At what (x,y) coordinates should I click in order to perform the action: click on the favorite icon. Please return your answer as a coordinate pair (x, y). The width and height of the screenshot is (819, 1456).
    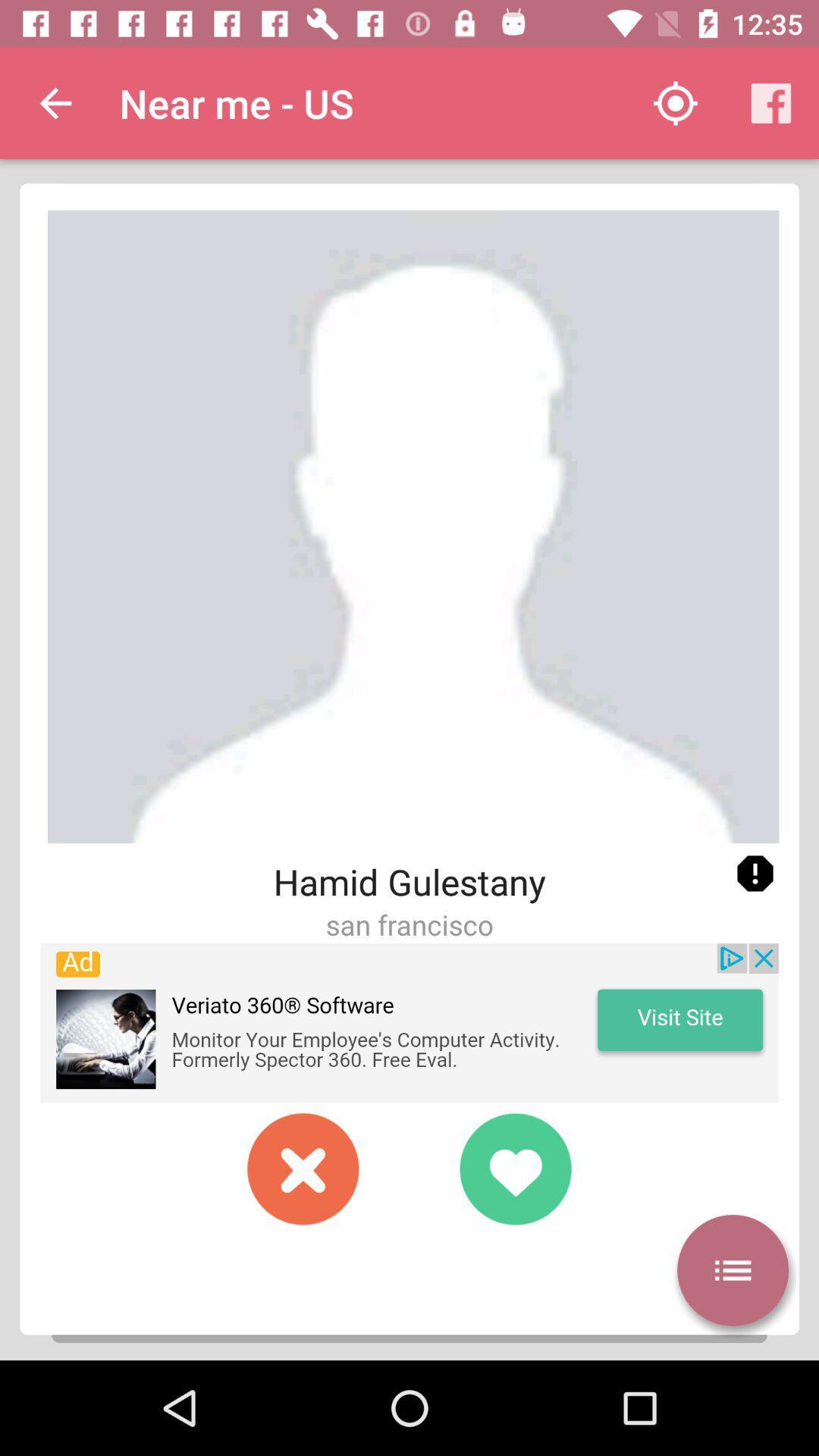
    Looking at the image, I should click on (514, 1168).